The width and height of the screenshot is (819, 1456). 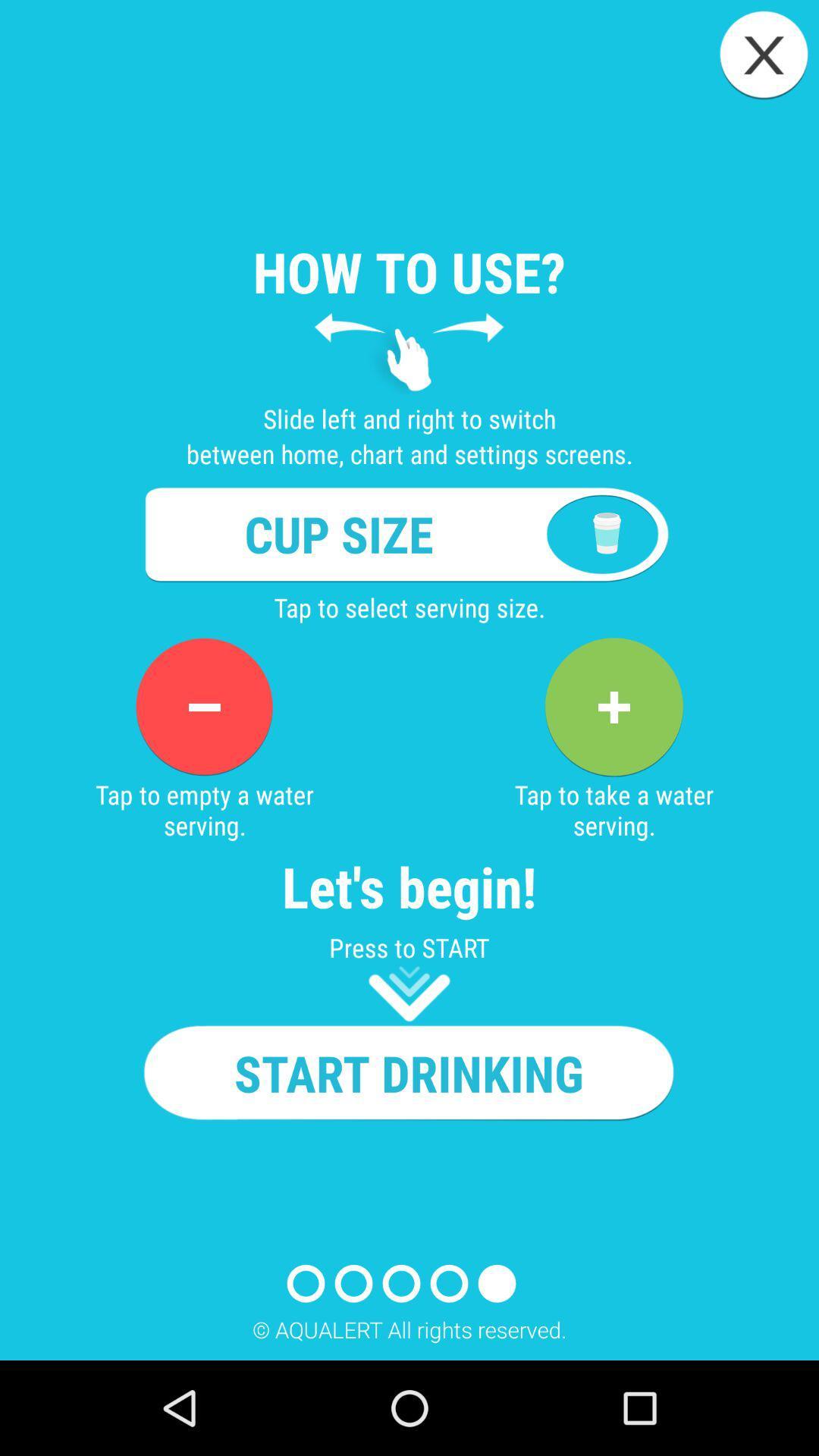 What do you see at coordinates (613, 706) in the screenshot?
I see `the icon next to the tap to empty item` at bounding box center [613, 706].